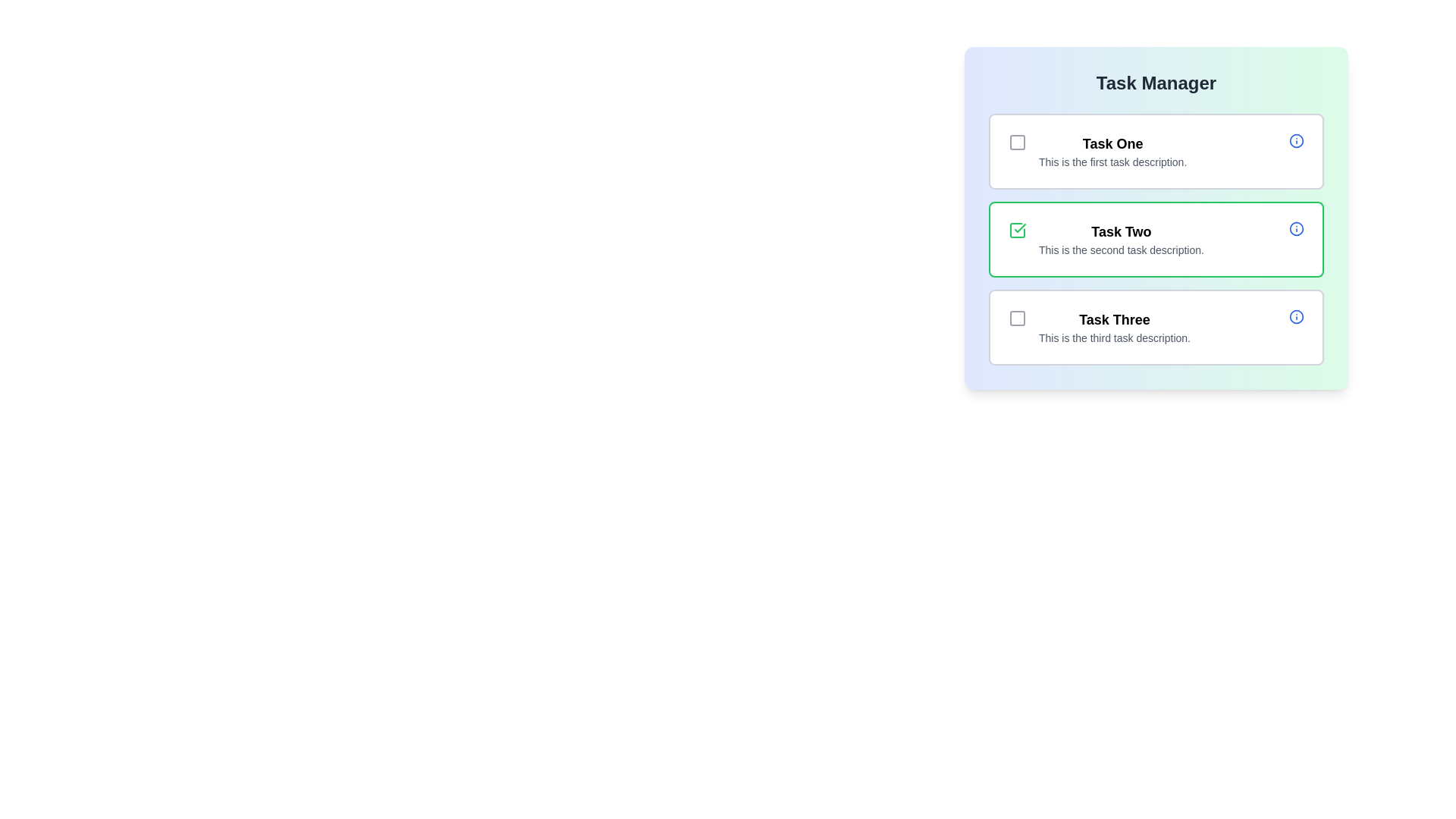 Image resolution: width=1456 pixels, height=819 pixels. Describe the element at coordinates (1121, 239) in the screenshot. I see `the text block containing the title 'Task Two' and description 'This is the second task description', which is visually highlighted with a green border and located in the 'Task Manager' box` at that location.